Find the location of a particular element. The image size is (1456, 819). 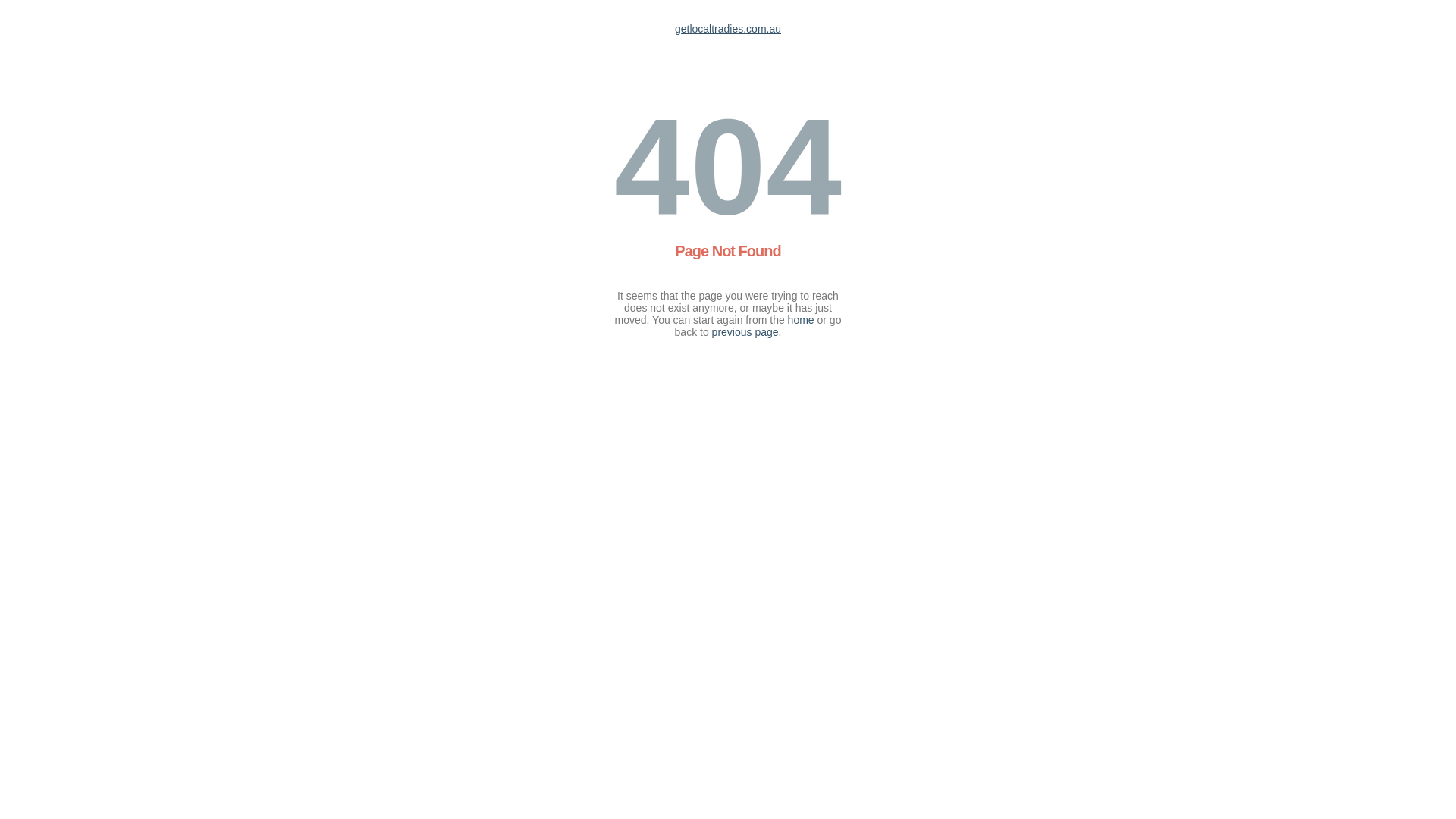

'previous page' is located at coordinates (745, 331).